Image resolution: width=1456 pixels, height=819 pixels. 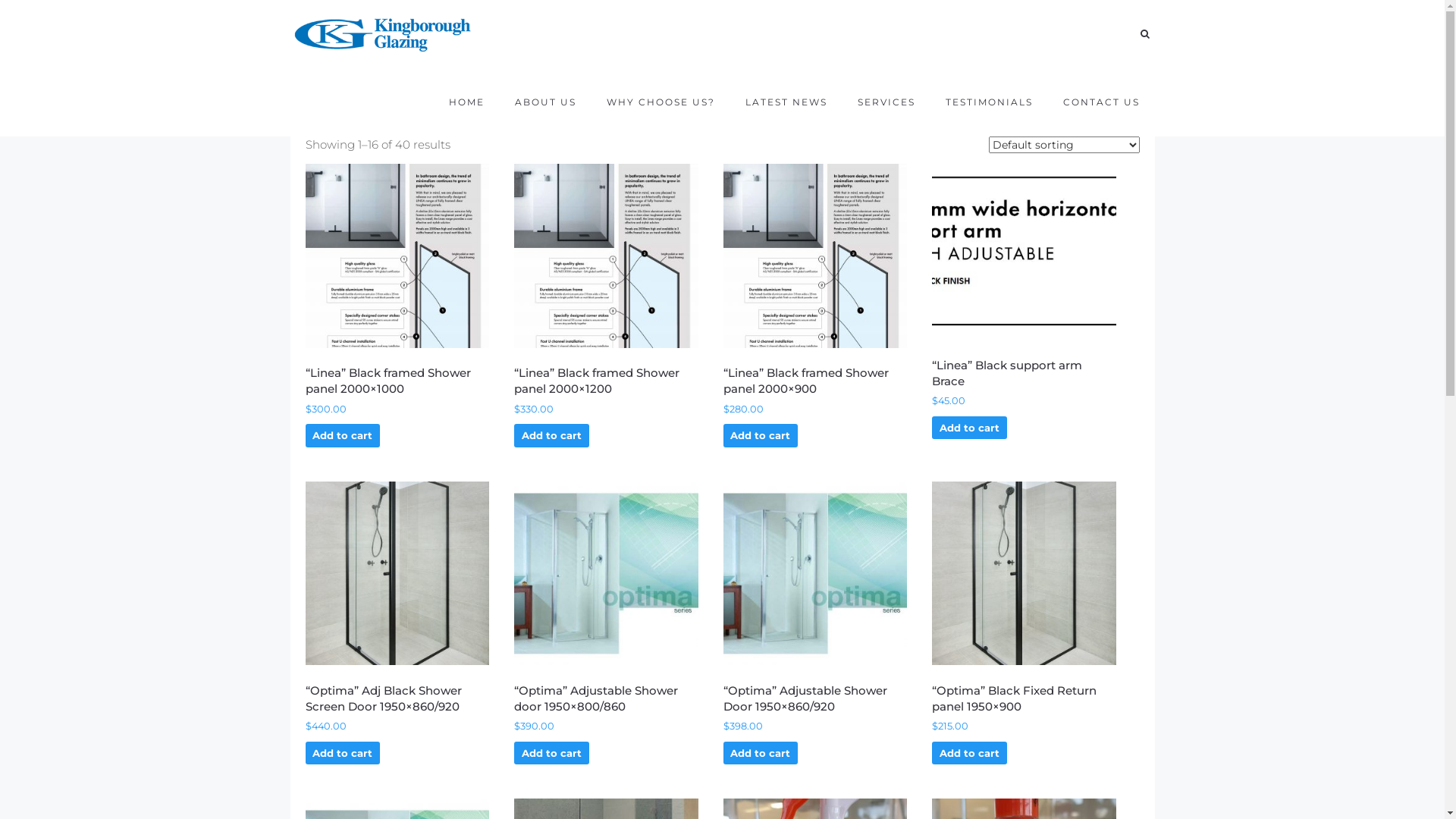 I want to click on 'TESTIMONIALS', so click(x=989, y=102).